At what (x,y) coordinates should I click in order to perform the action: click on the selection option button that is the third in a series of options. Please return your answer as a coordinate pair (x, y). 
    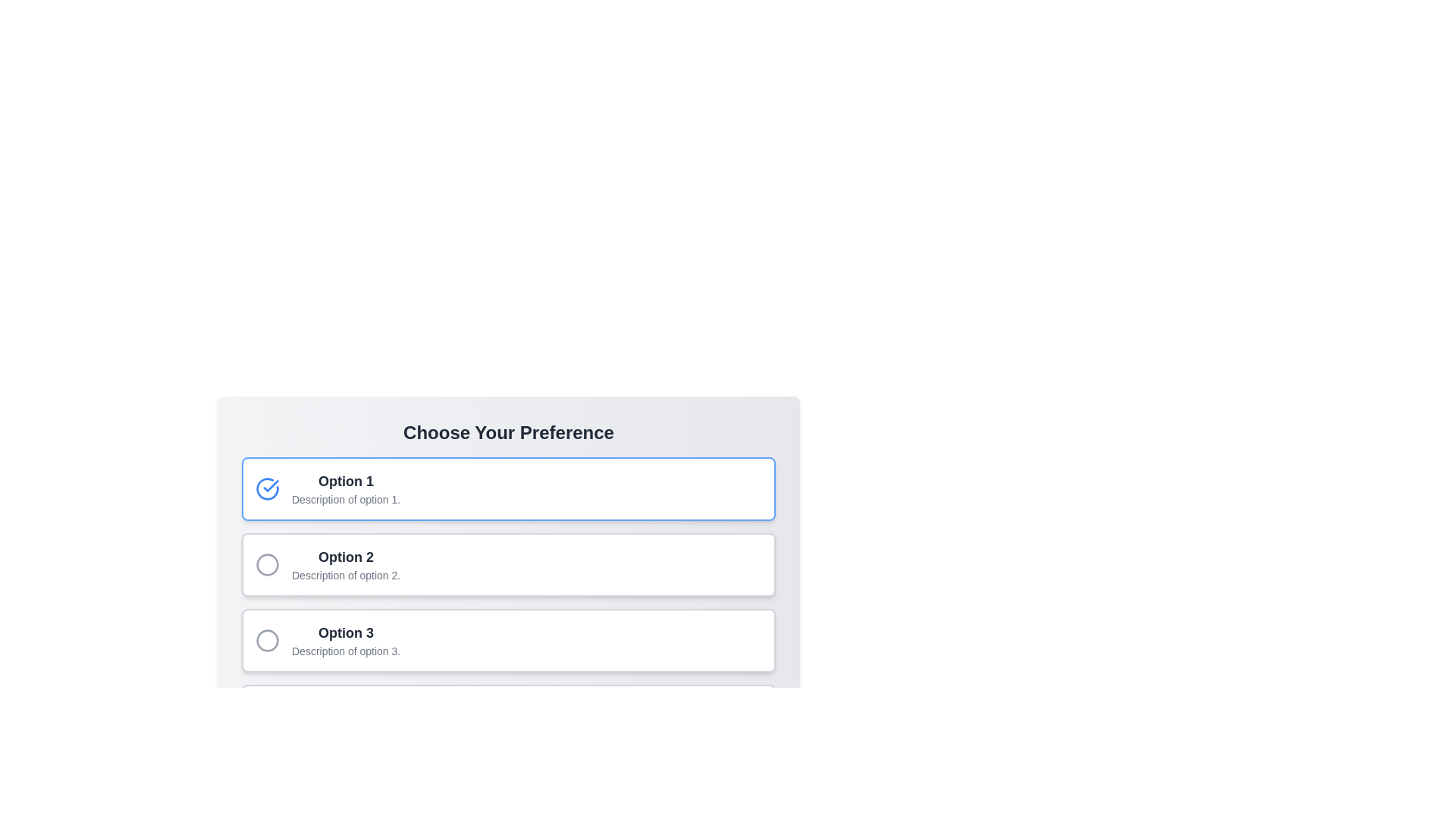
    Looking at the image, I should click on (345, 640).